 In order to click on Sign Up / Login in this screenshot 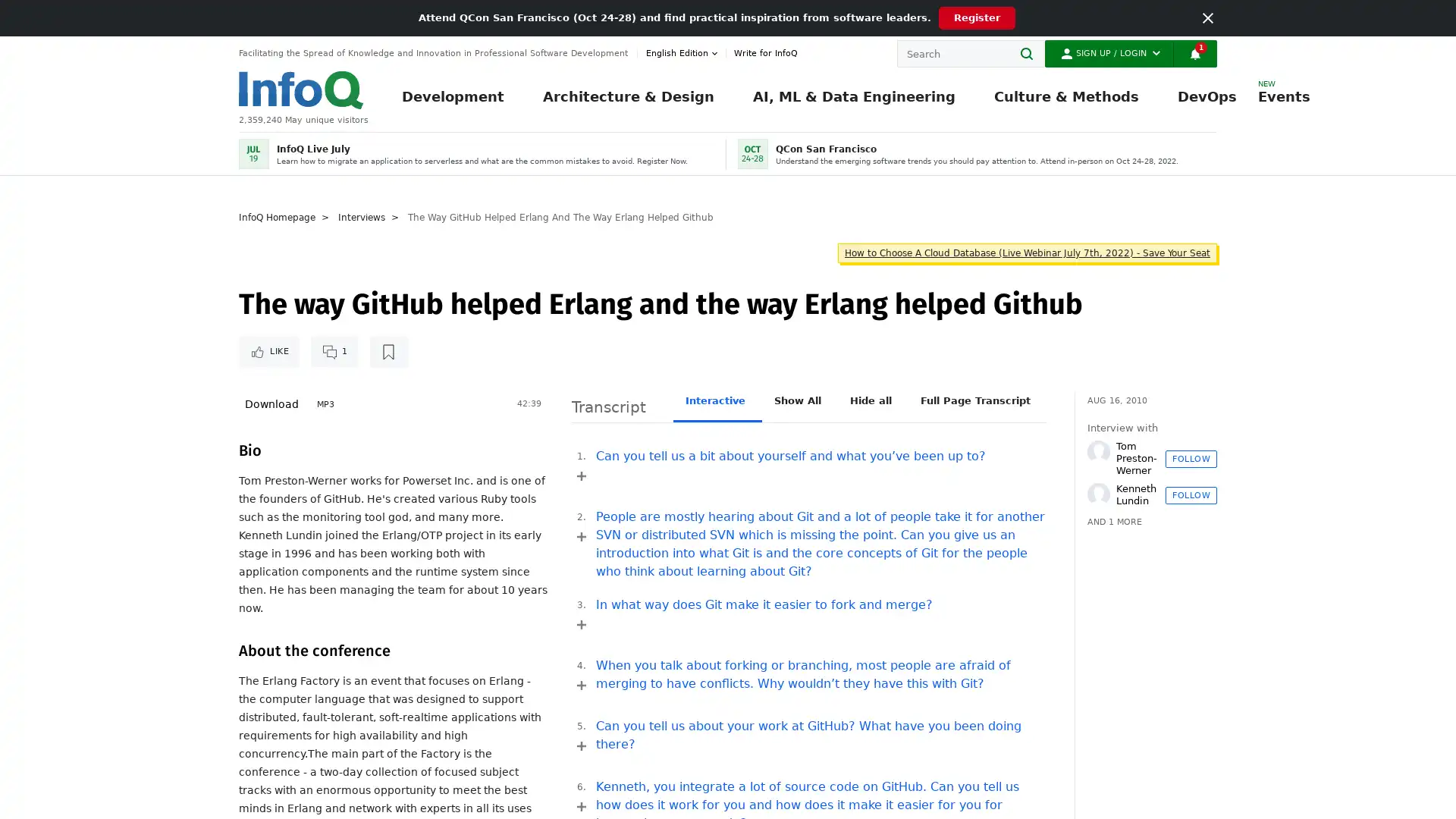, I will do `click(1109, 52)`.